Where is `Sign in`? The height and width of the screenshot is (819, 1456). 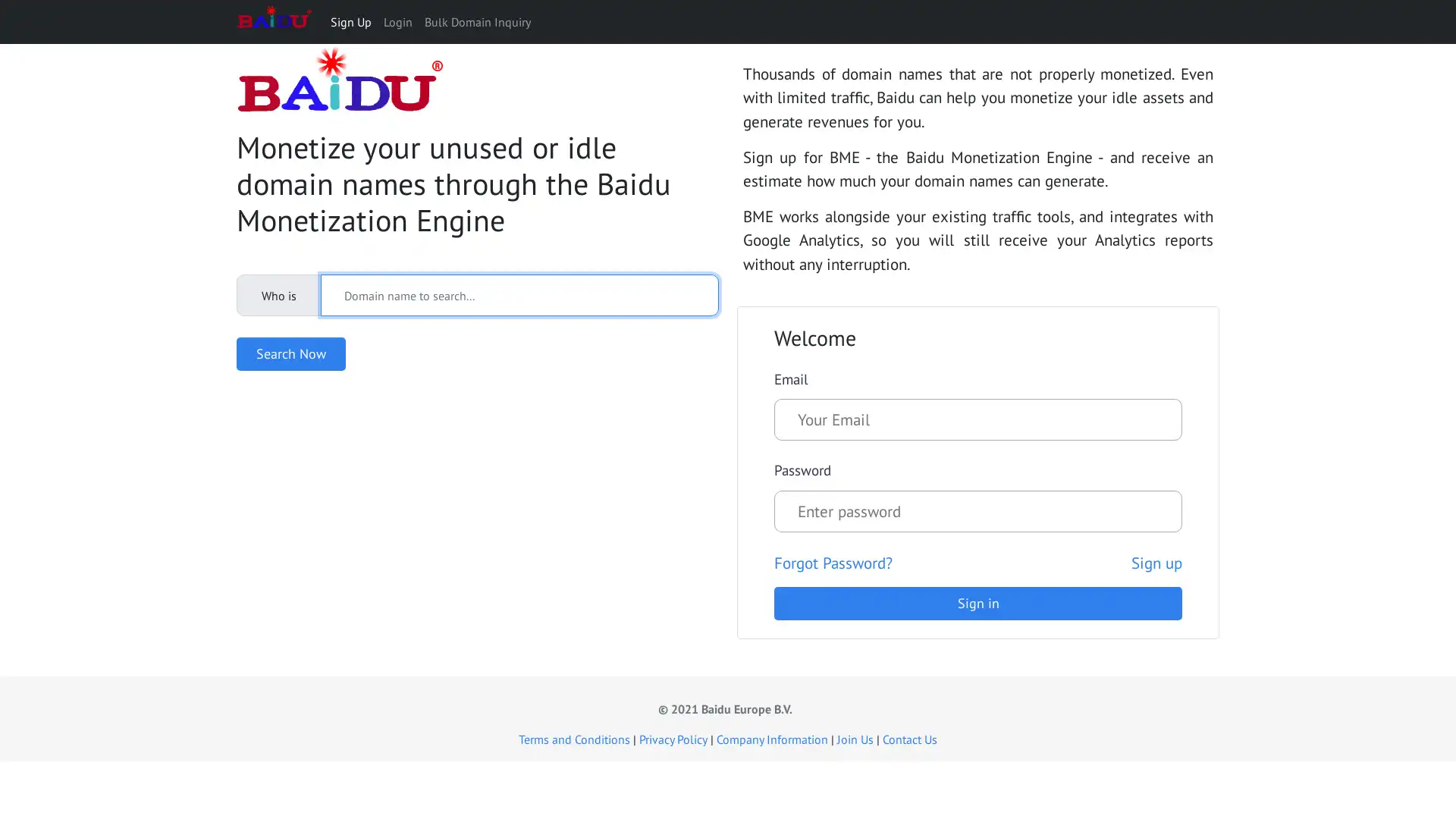
Sign in is located at coordinates (978, 601).